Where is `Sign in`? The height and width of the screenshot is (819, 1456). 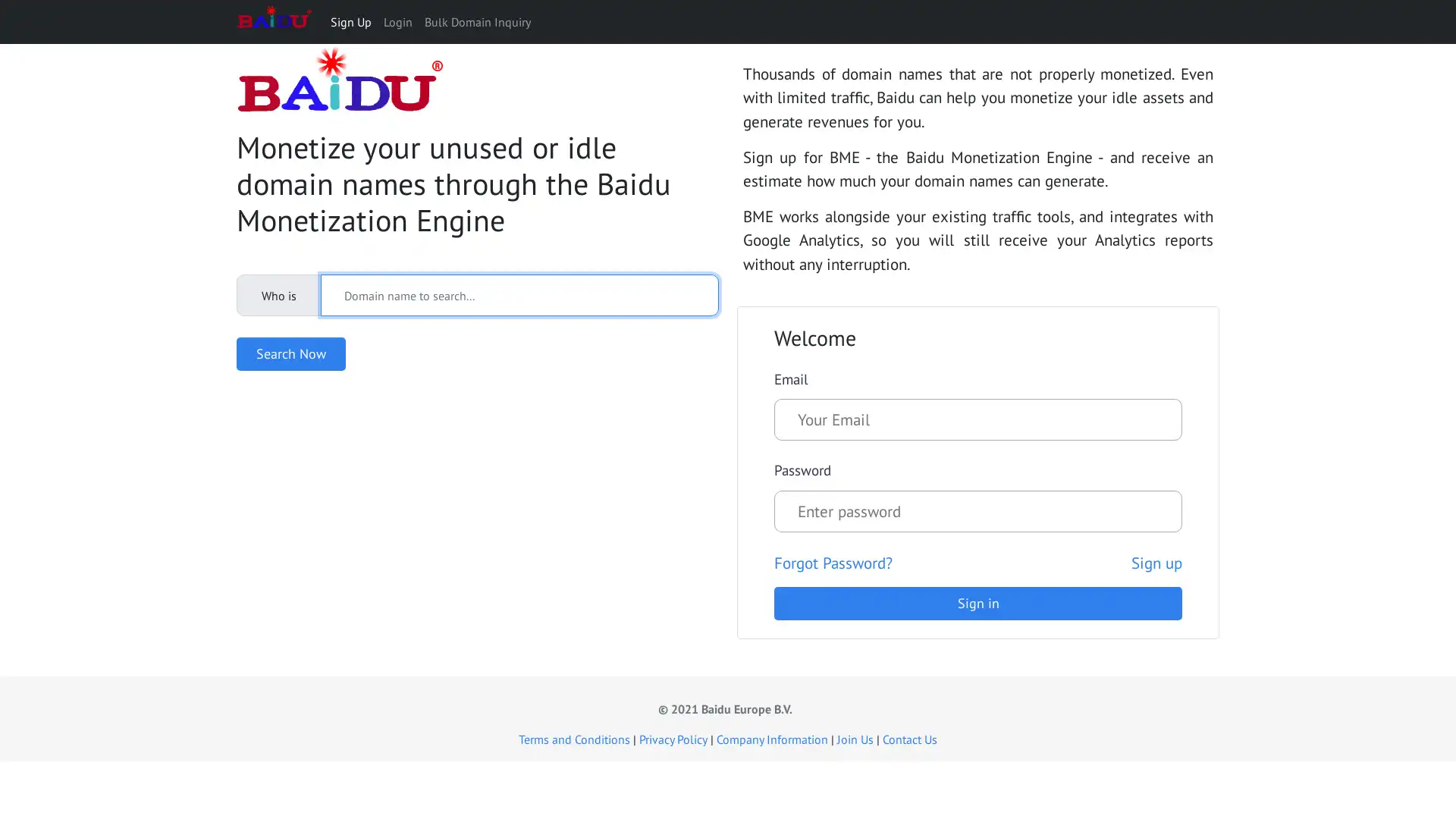
Sign in is located at coordinates (978, 601).